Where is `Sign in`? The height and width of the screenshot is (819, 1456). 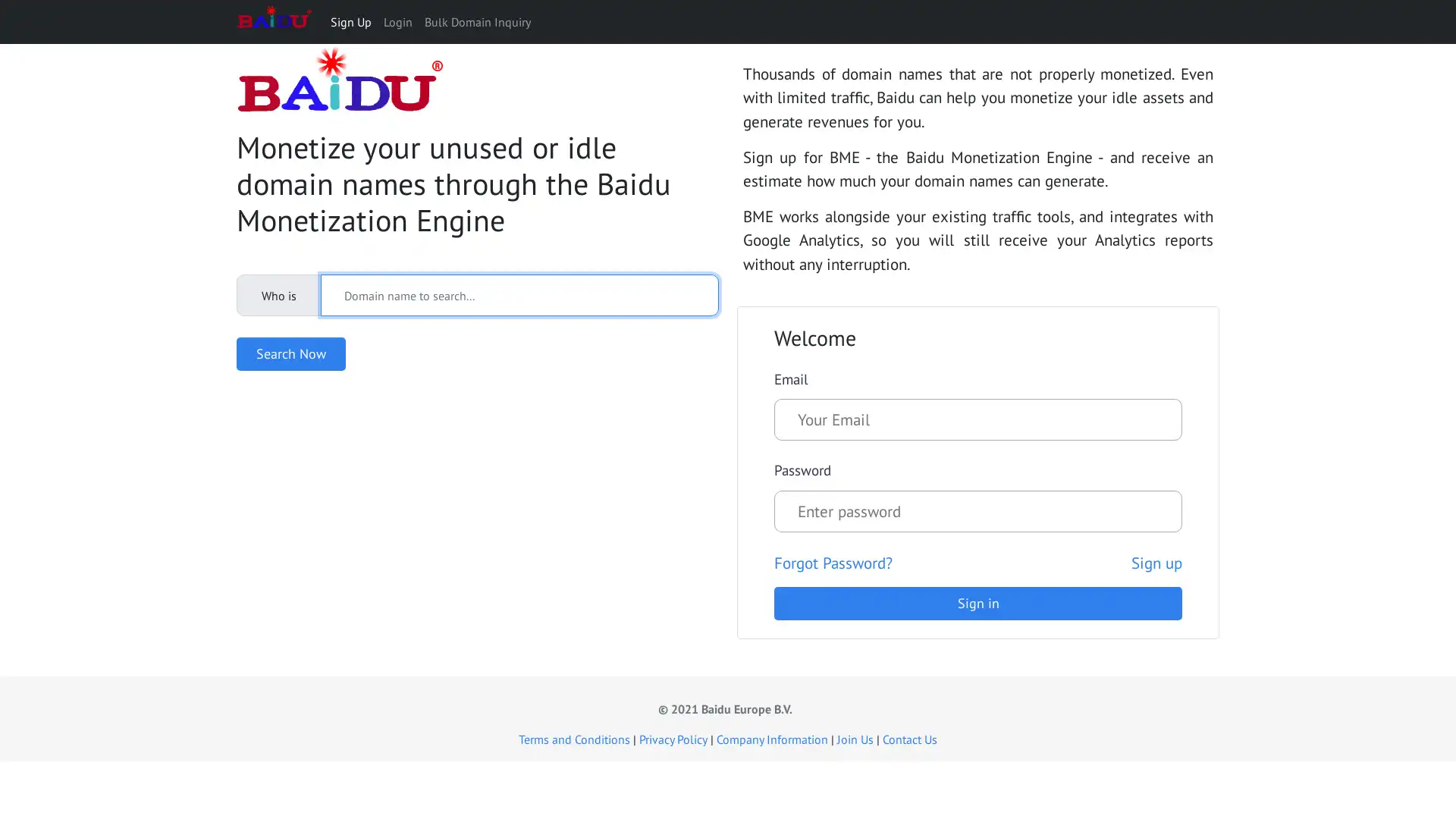
Sign in is located at coordinates (978, 601).